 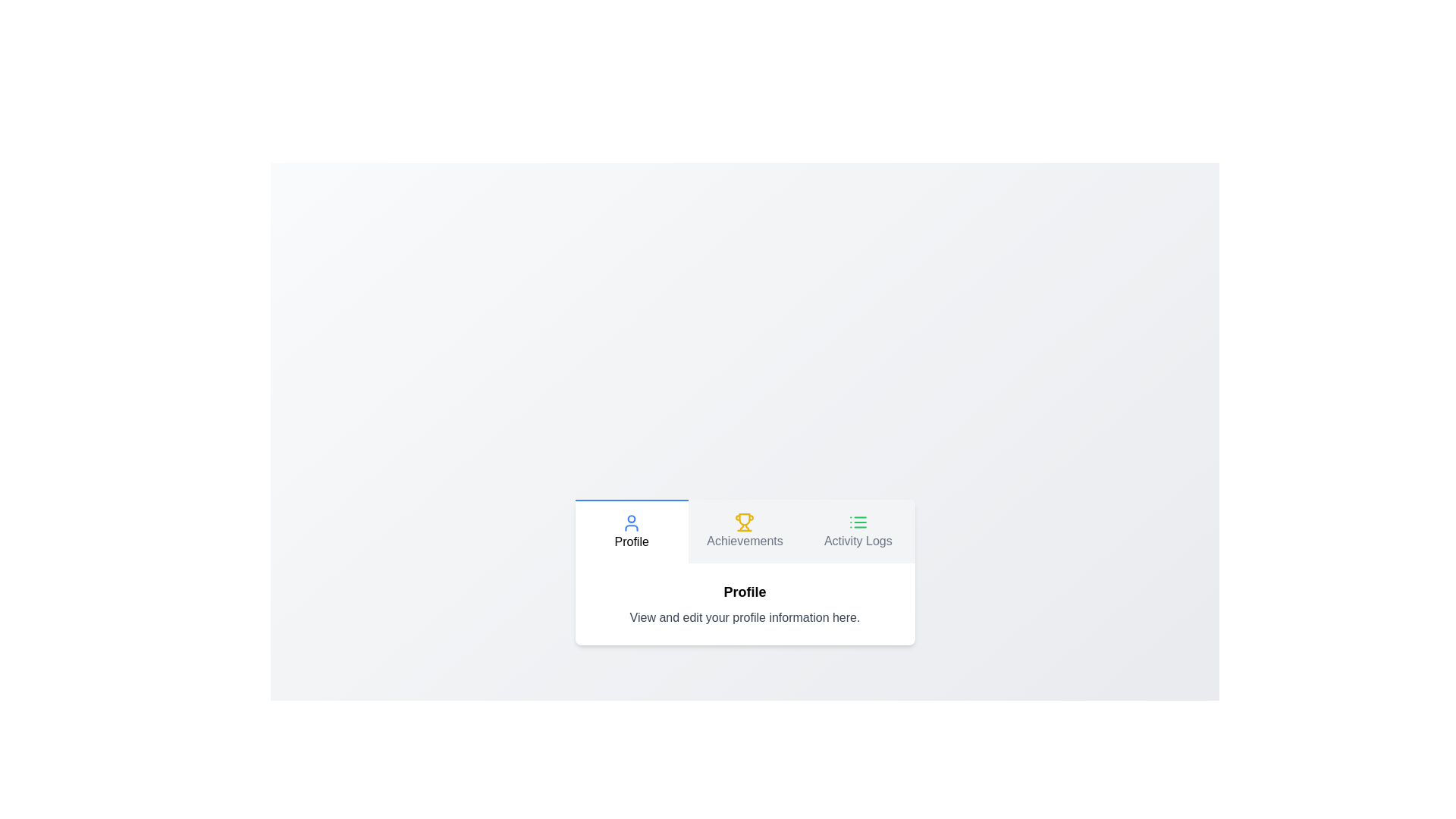 I want to click on the Achievements tab, so click(x=745, y=531).